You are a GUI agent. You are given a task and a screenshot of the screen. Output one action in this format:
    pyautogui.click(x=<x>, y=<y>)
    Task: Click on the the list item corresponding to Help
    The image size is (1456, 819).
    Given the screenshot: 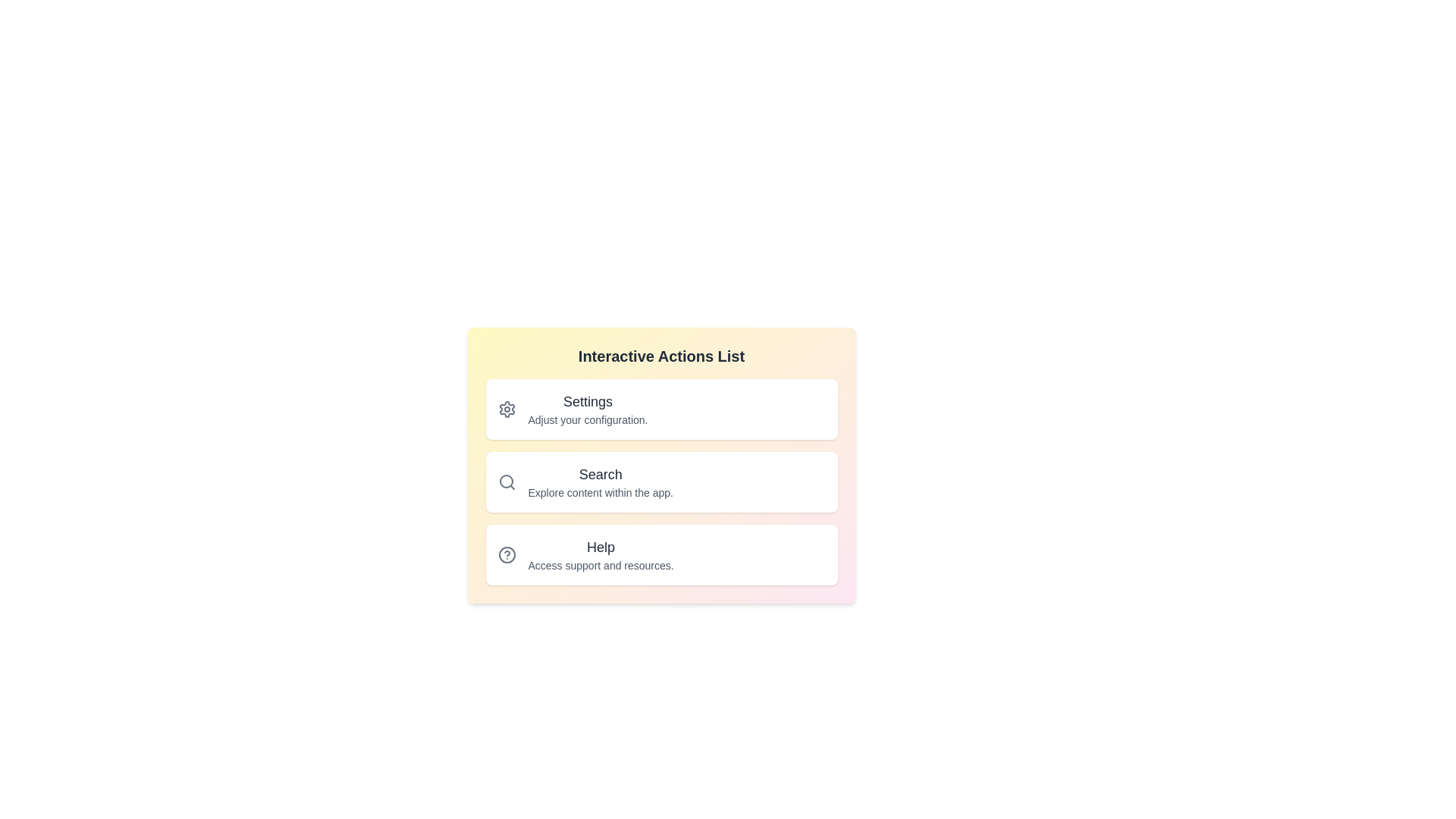 What is the action you would take?
    pyautogui.click(x=661, y=555)
    